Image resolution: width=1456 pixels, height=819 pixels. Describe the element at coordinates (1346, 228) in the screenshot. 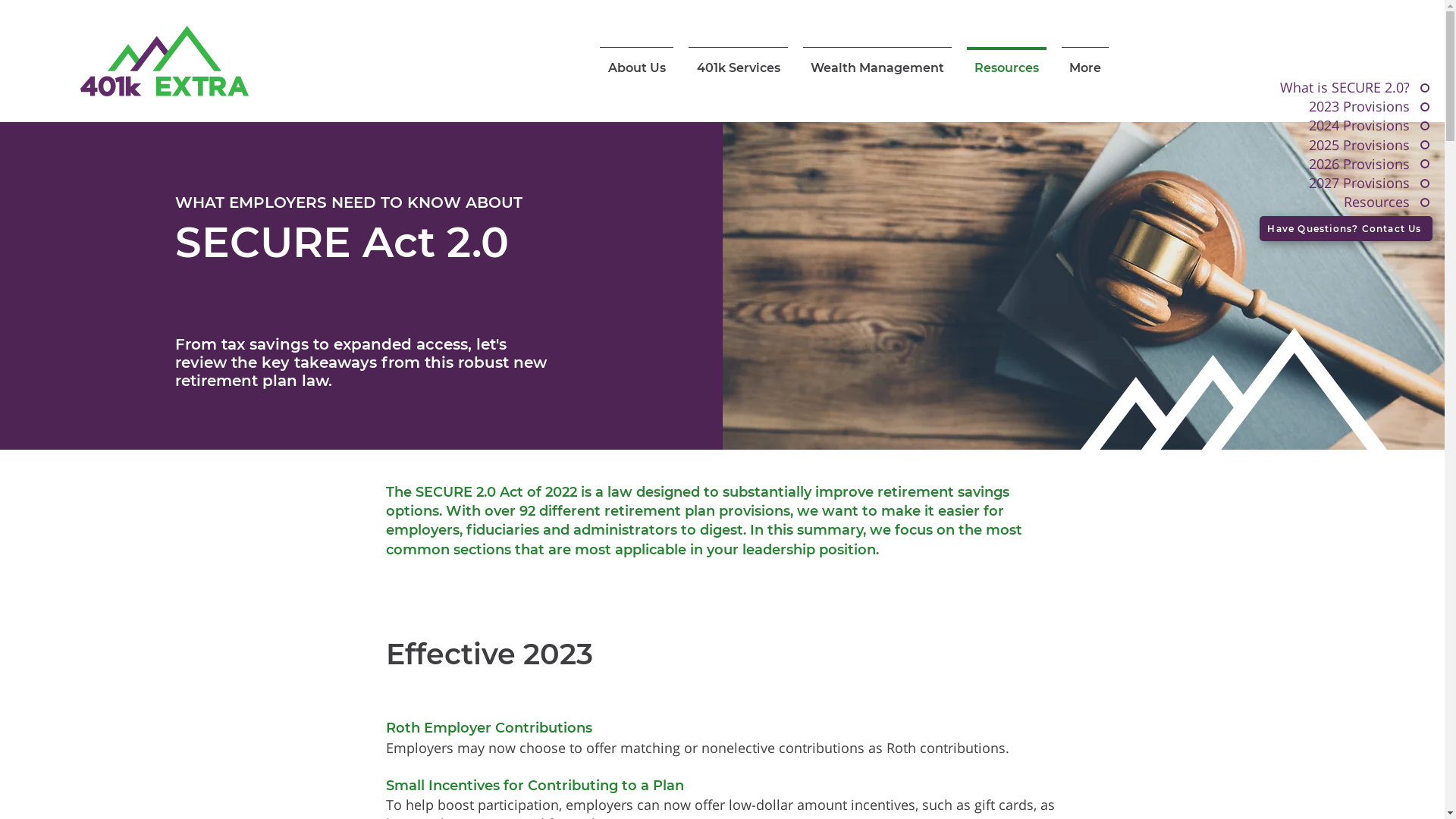

I see `'Have Questions? Contact Us'` at that location.